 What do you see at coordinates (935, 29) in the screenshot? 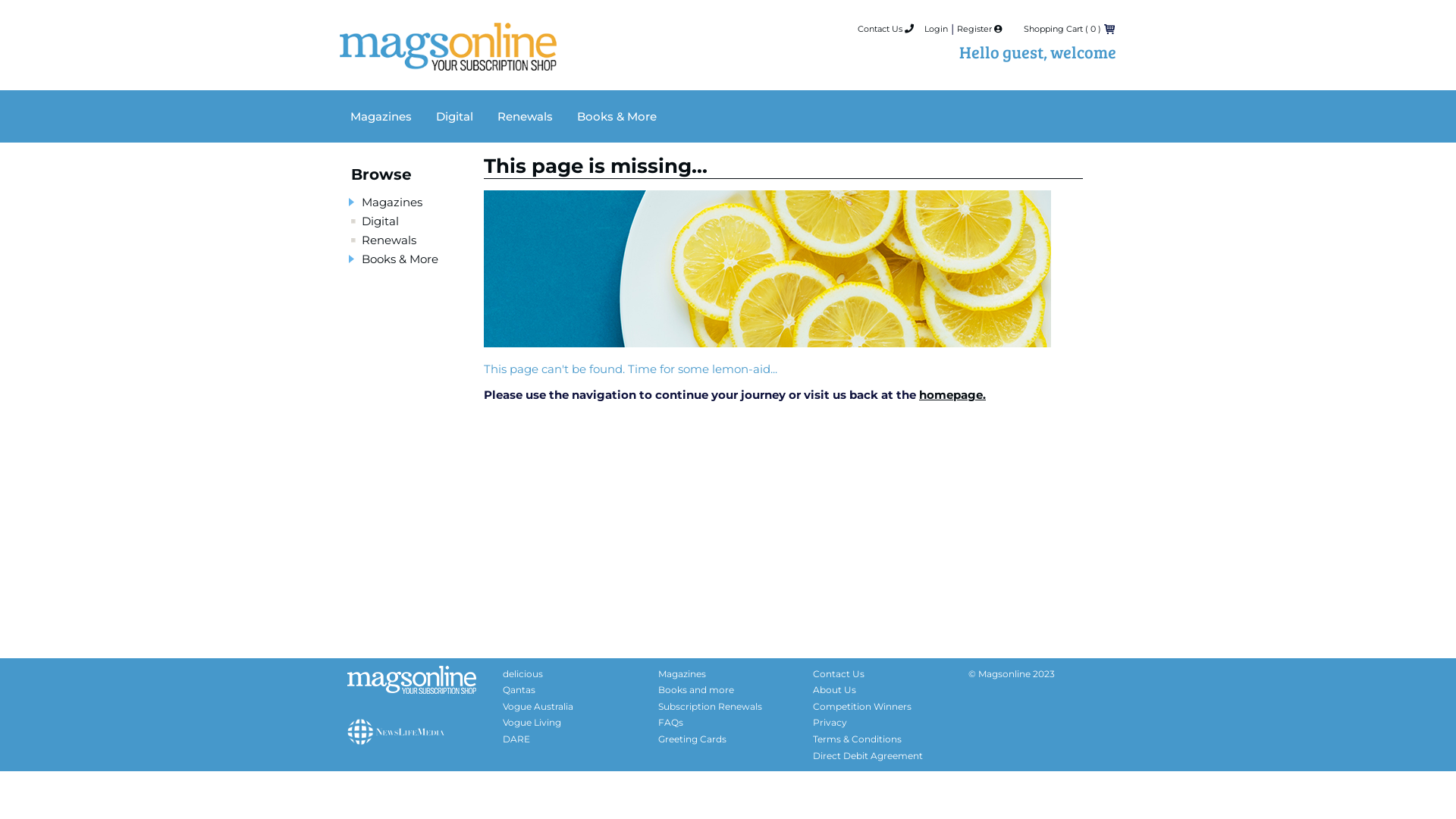
I see `'Login'` at bounding box center [935, 29].